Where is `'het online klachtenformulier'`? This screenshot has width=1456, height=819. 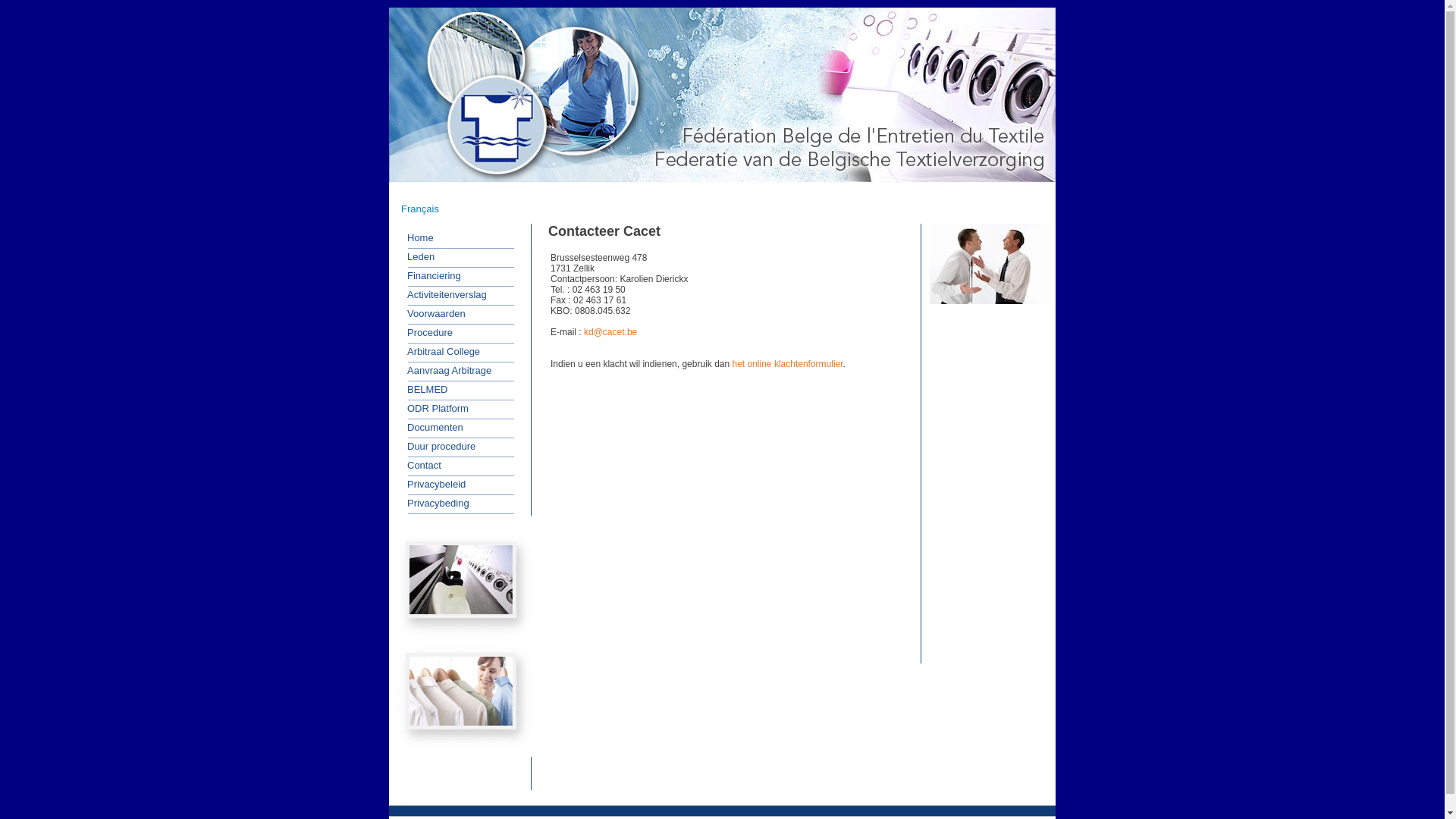 'het online klachtenformulier' is located at coordinates (787, 363).